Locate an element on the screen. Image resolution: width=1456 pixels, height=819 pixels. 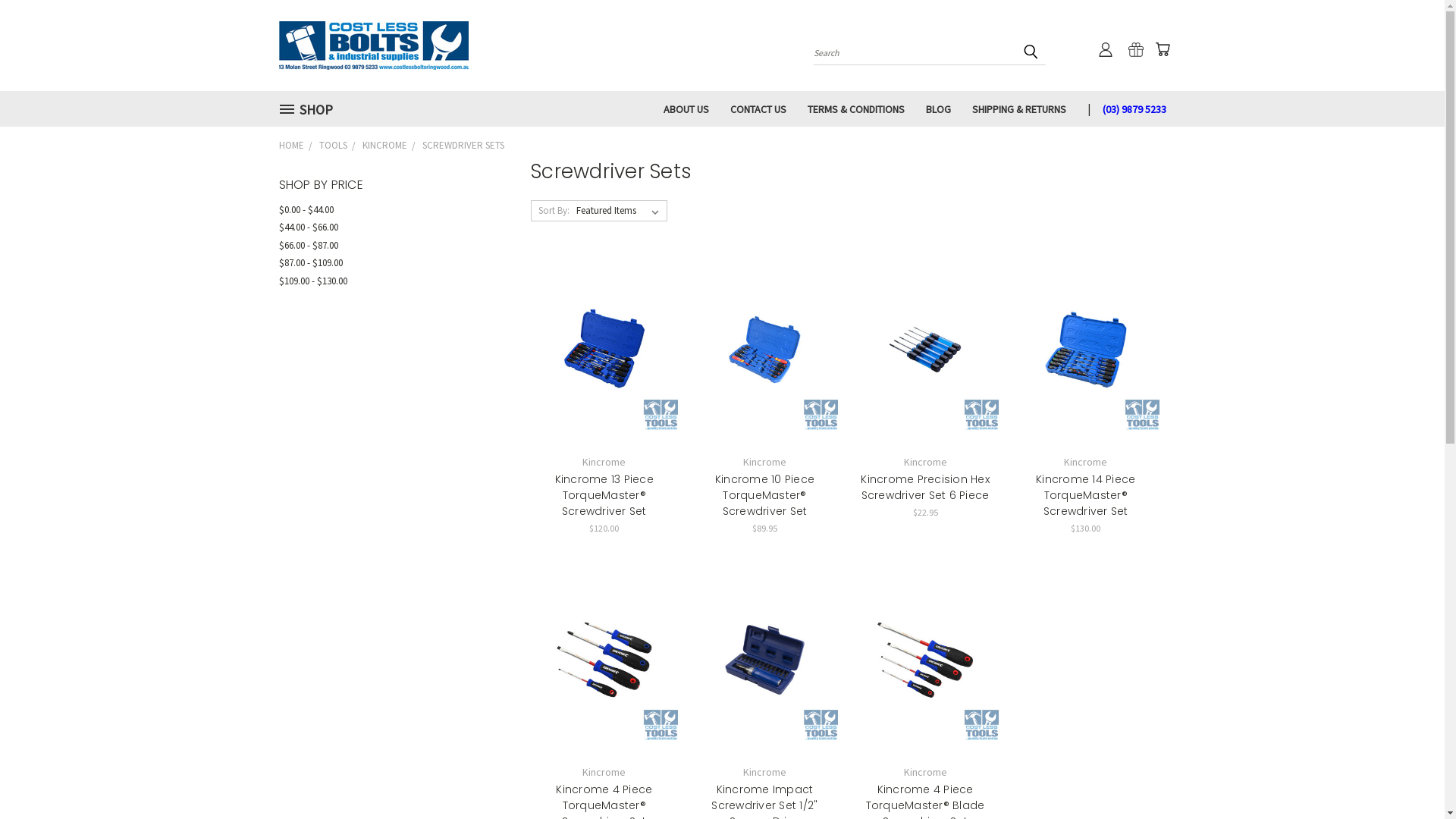
'(03) 9879 5233' is located at coordinates (1128, 107).